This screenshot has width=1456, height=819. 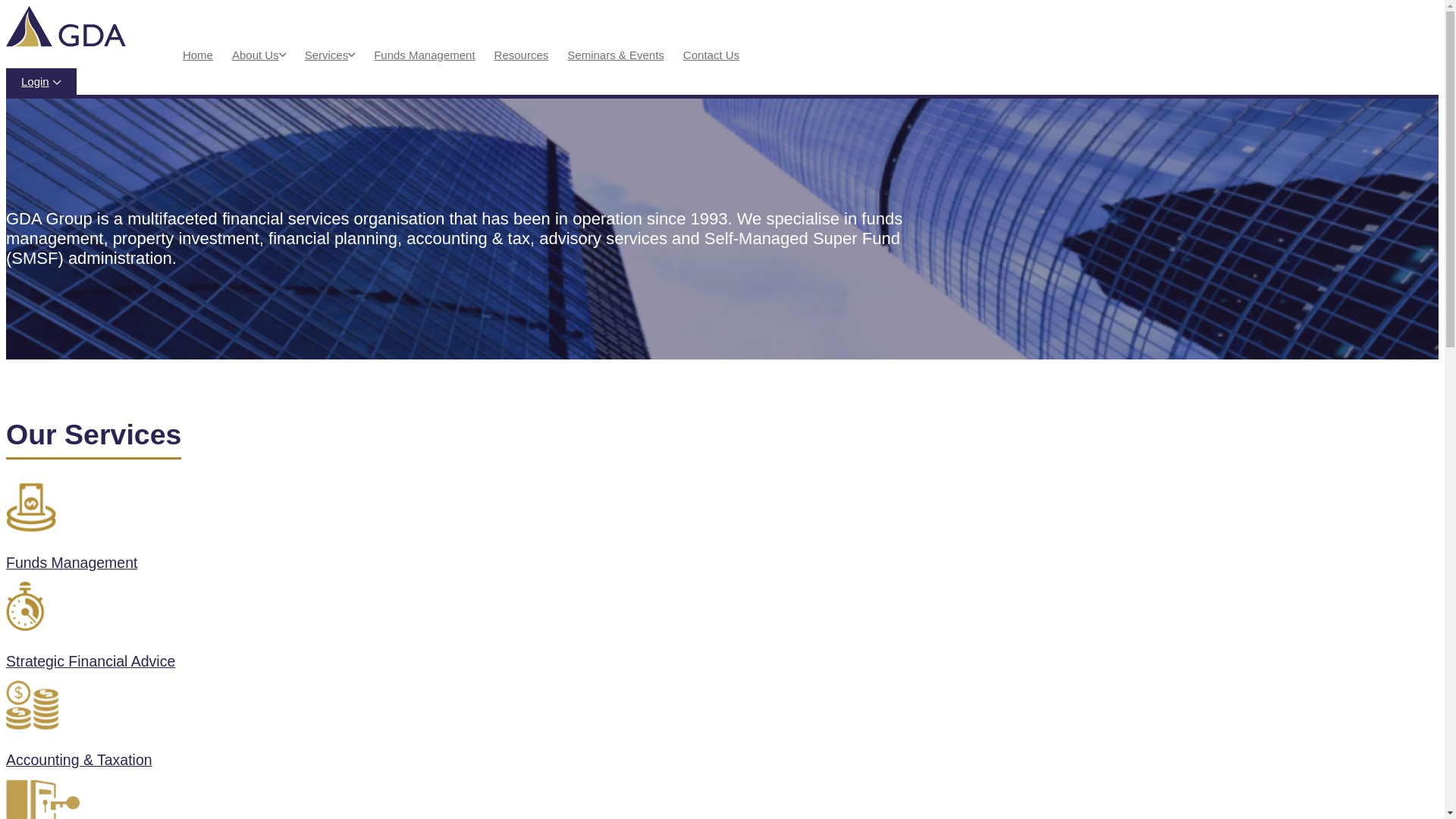 I want to click on 'Funds Management', so click(x=424, y=54).